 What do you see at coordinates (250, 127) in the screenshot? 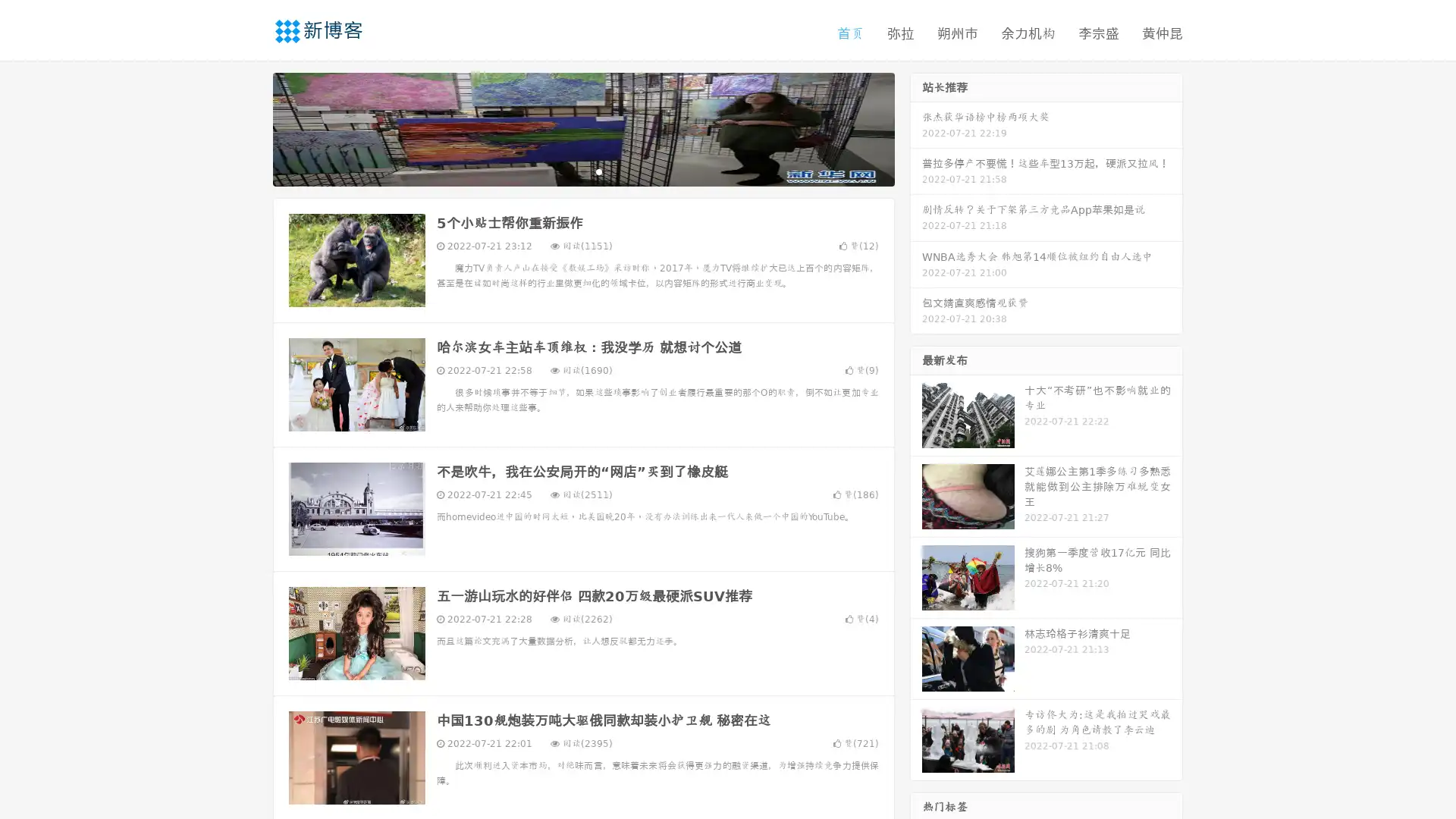
I see `Previous slide` at bounding box center [250, 127].